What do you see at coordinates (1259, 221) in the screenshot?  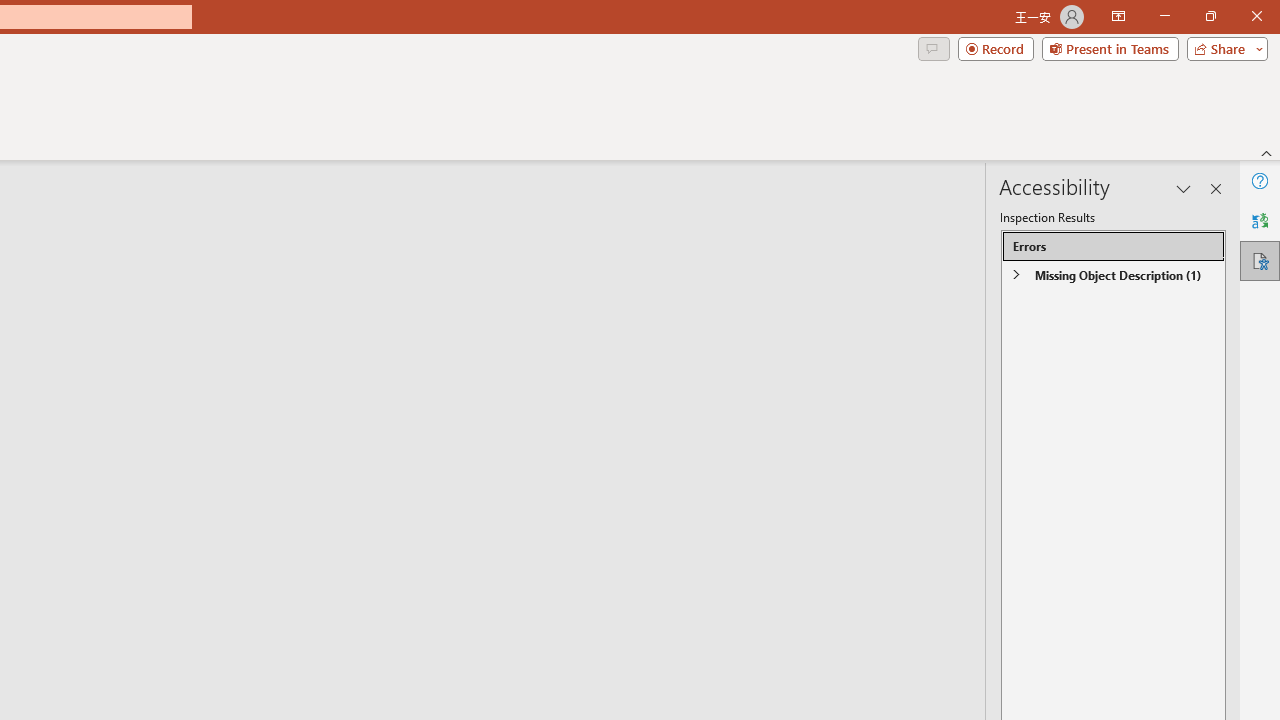 I see `'Translator'` at bounding box center [1259, 221].